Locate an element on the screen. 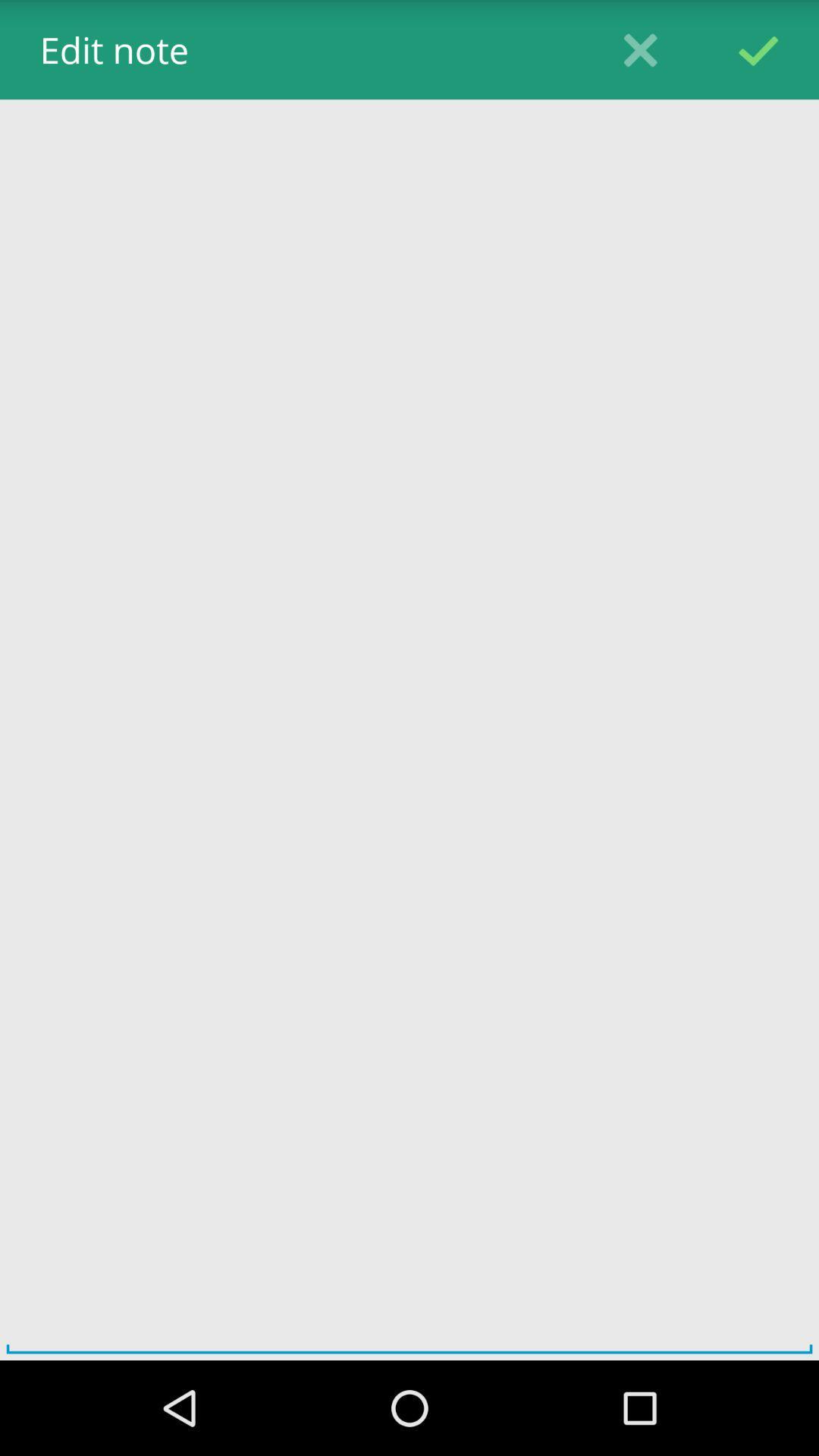 This screenshot has width=819, height=1456. the close icon is located at coordinates (639, 53).